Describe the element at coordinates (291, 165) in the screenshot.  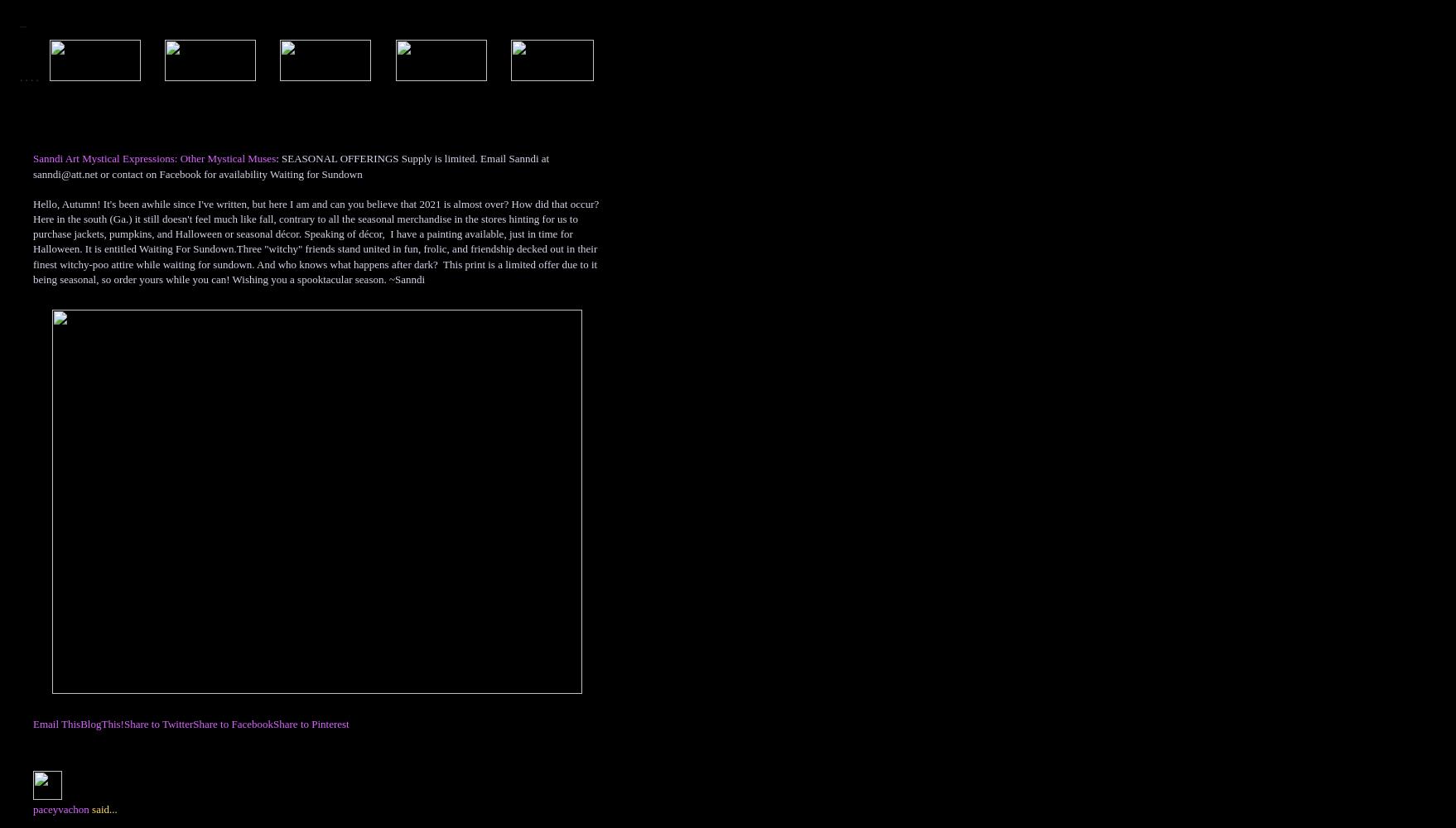
I see `': SEASONAL OFFERINGS Supply is limited. Email Sanndi at sanndi@att.net or contact on Facebook for availability Waiting for Sundown'` at that location.